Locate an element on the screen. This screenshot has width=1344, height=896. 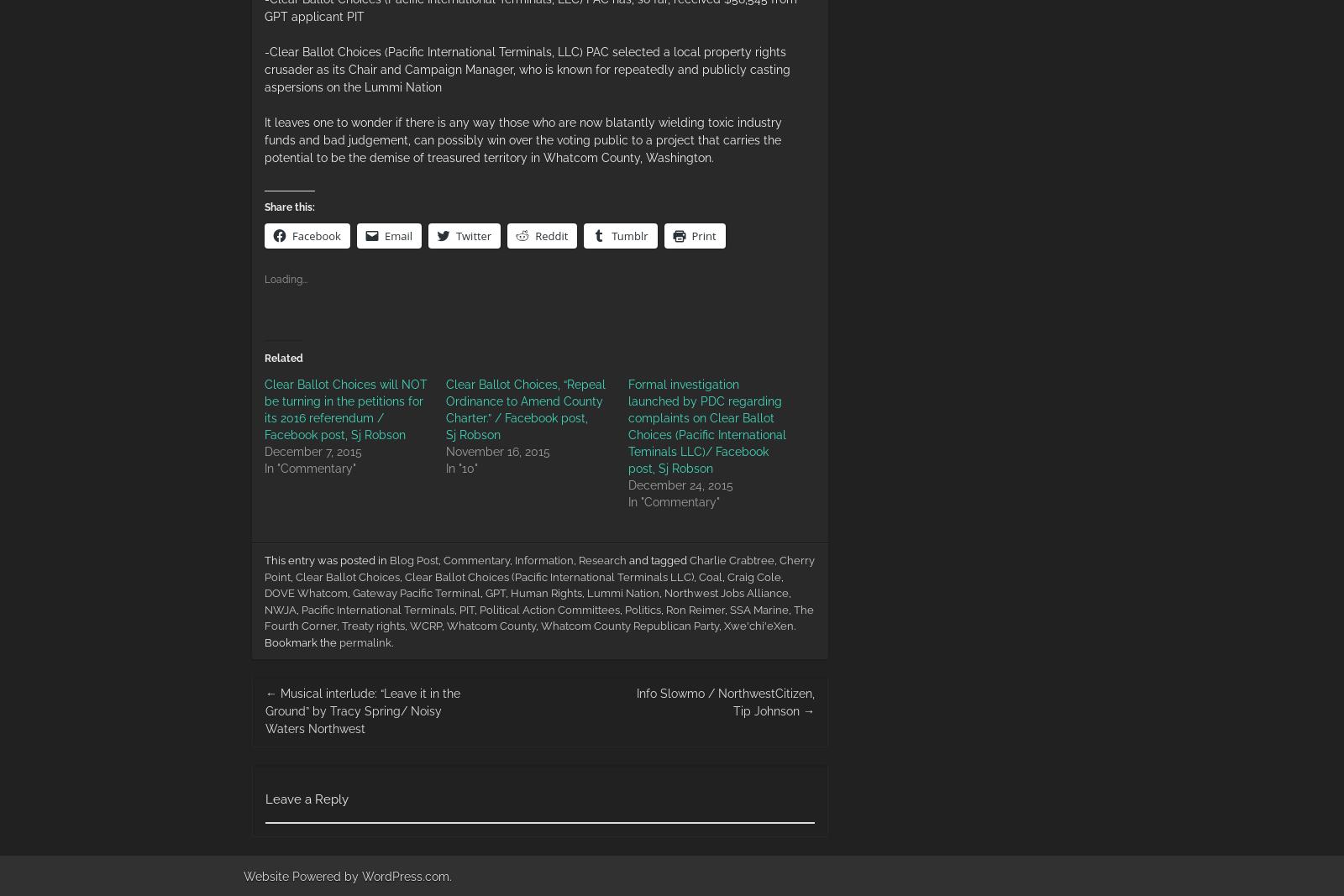
'Loading...' is located at coordinates (286, 280).